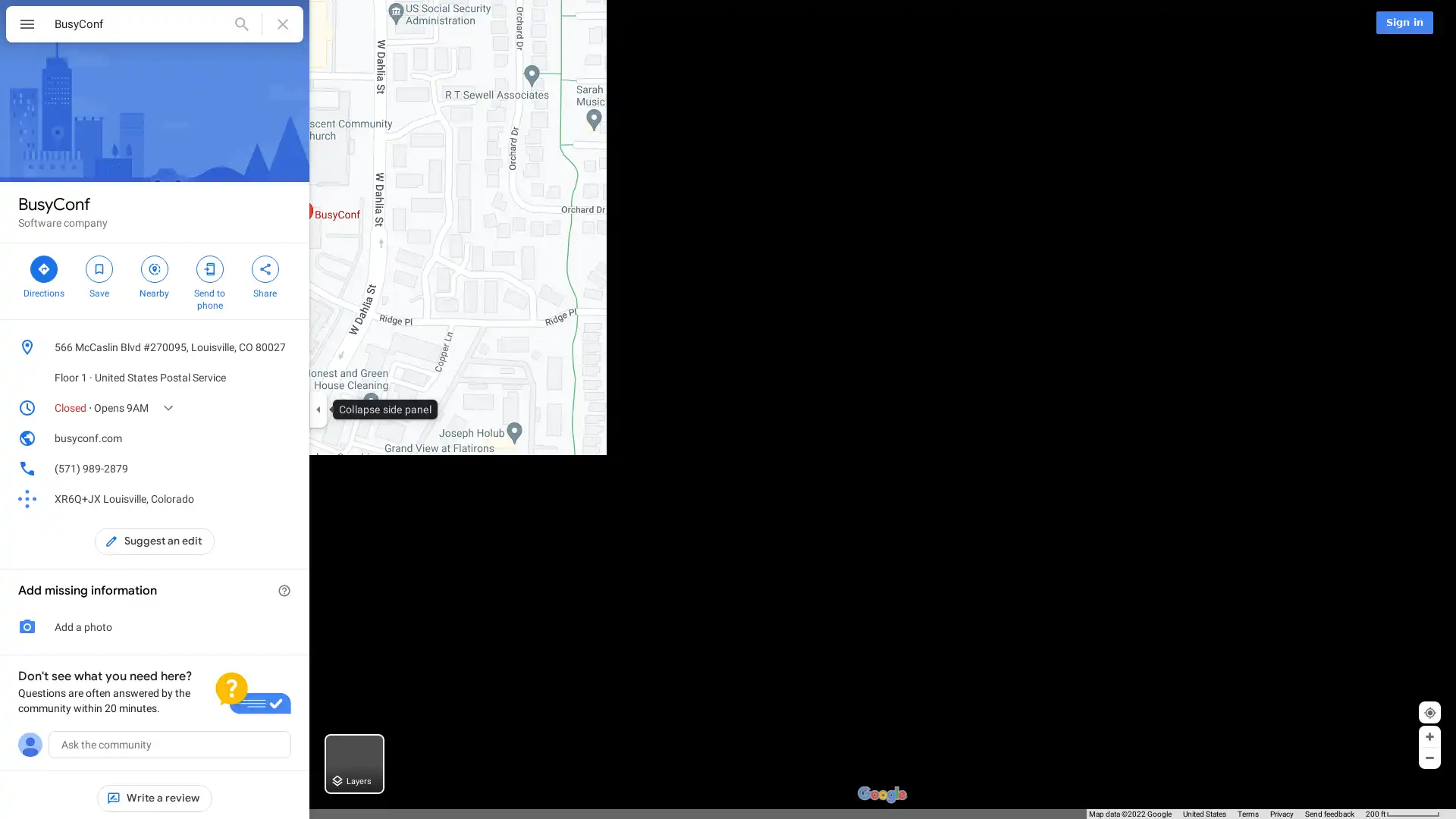 Image resolution: width=1456 pixels, height=819 pixels. Describe the element at coordinates (1354, 22) in the screenshot. I see `Google apps` at that location.